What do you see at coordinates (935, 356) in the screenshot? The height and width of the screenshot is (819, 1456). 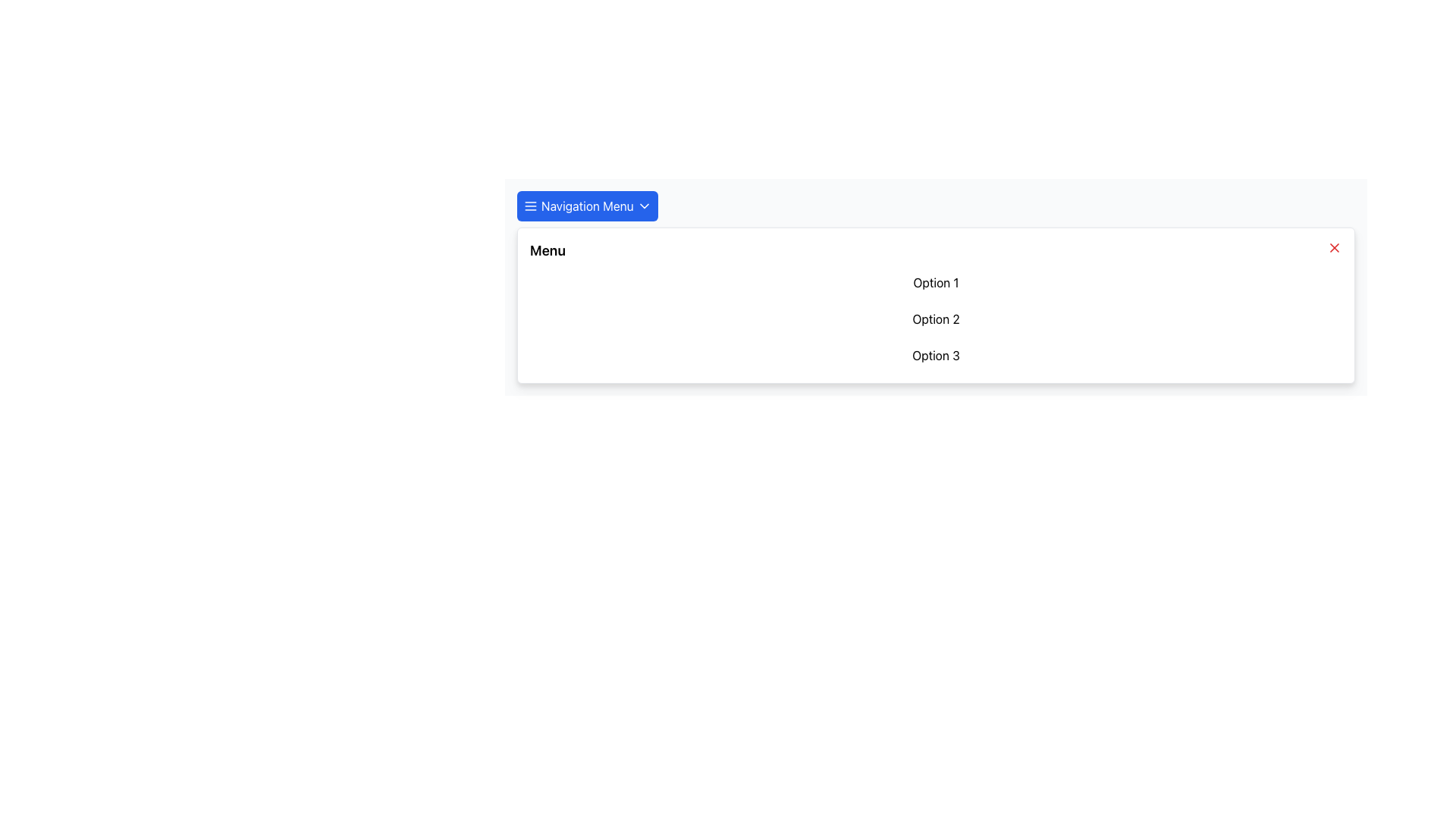 I see `the text label displaying 'Option 3' in the dropdown menu that is centered horizontally and positioned below 'Option 2'` at bounding box center [935, 356].